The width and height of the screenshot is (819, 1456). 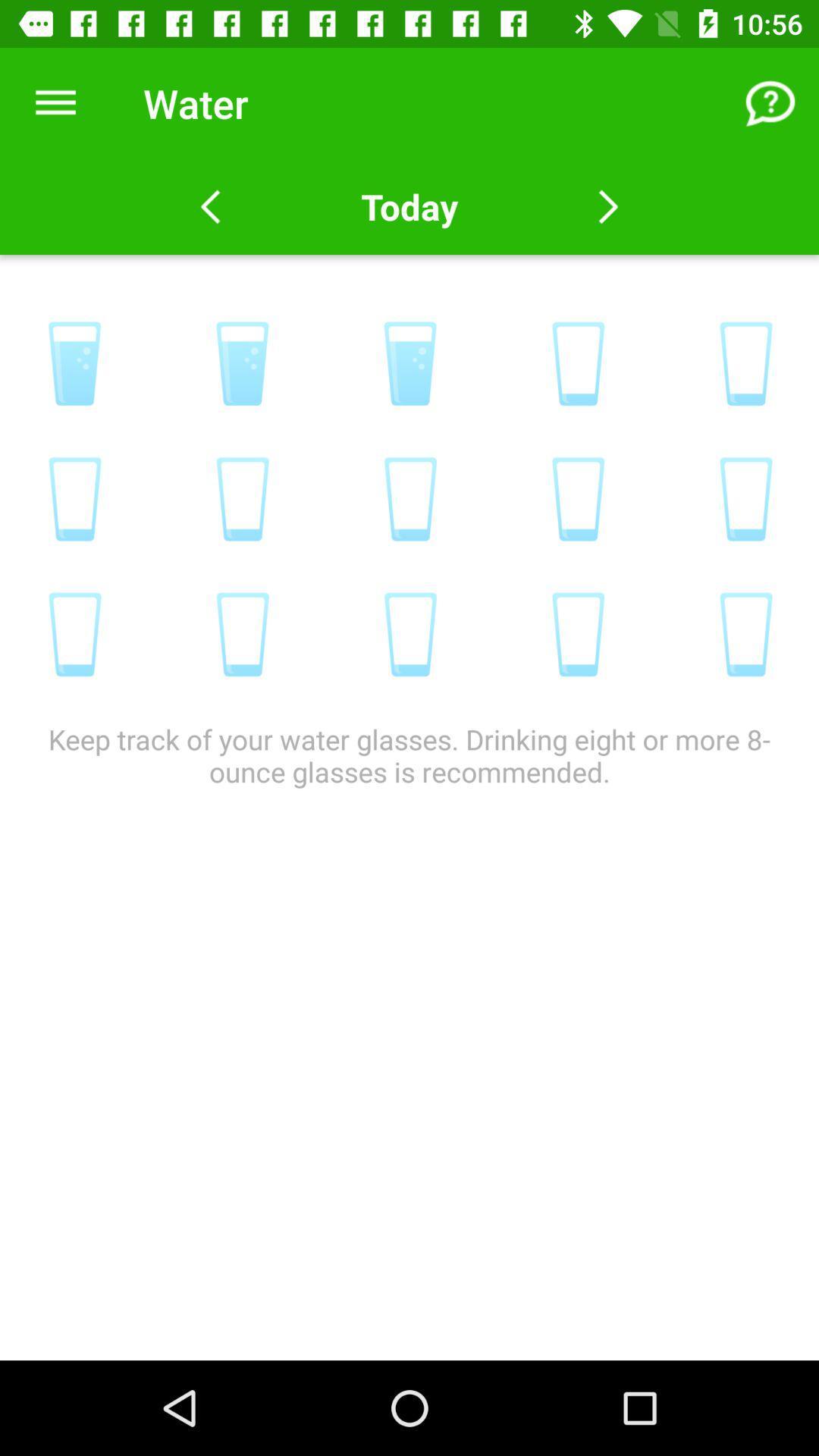 What do you see at coordinates (409, 206) in the screenshot?
I see `today item` at bounding box center [409, 206].